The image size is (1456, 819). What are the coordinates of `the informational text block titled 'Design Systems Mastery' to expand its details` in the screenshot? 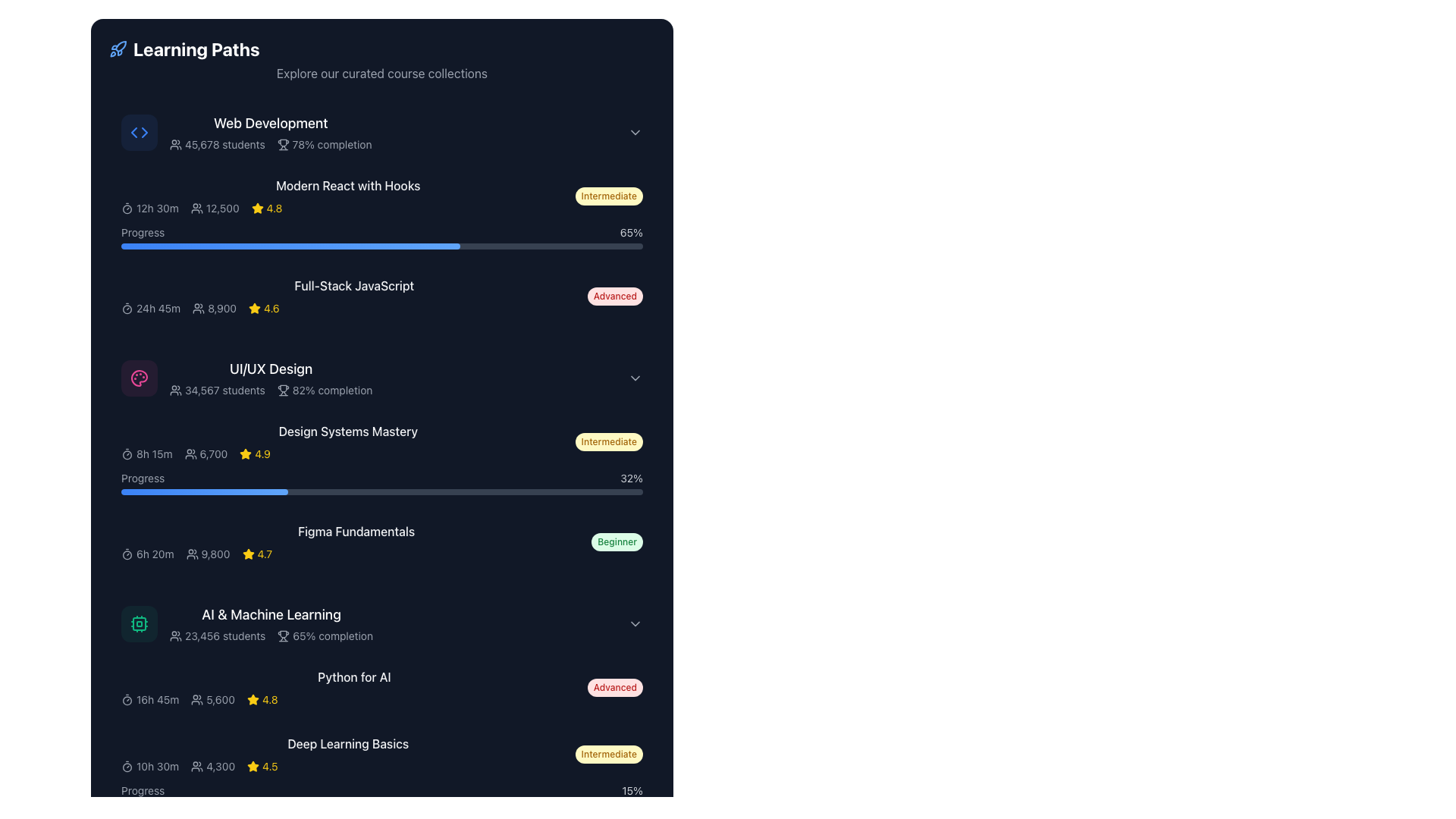 It's located at (347, 441).